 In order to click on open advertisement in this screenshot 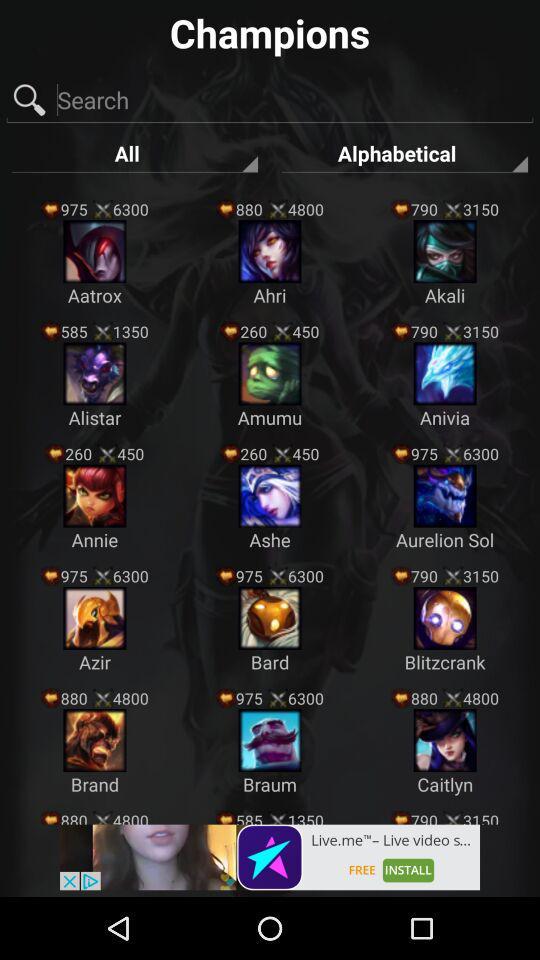, I will do `click(270, 856)`.